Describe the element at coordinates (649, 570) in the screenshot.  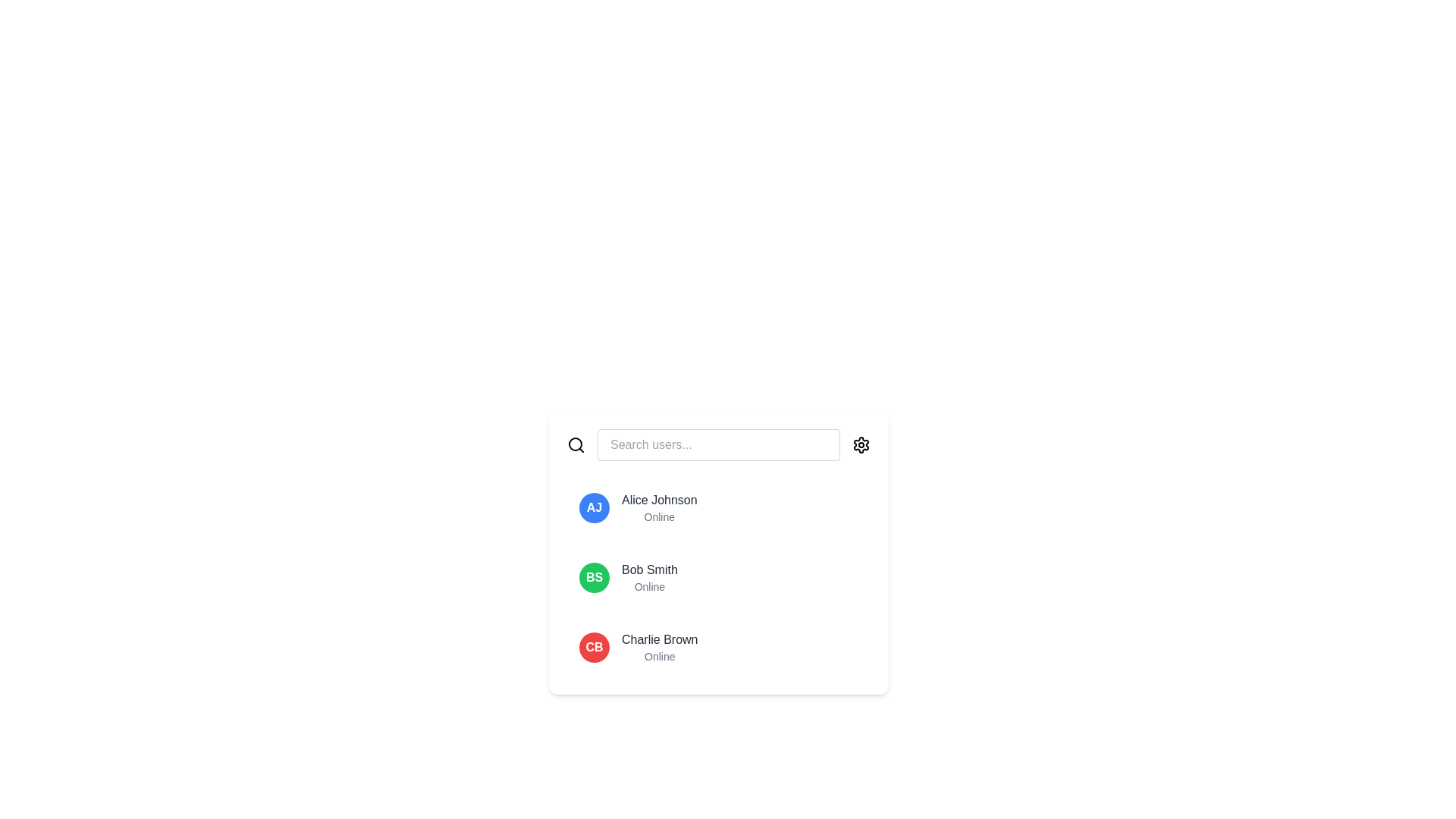
I see `the Text Label displaying the name 'Bob Smith', which is styled in dark gray font and is positioned adjacent to a green circular icon with the initials 'BS'` at that location.